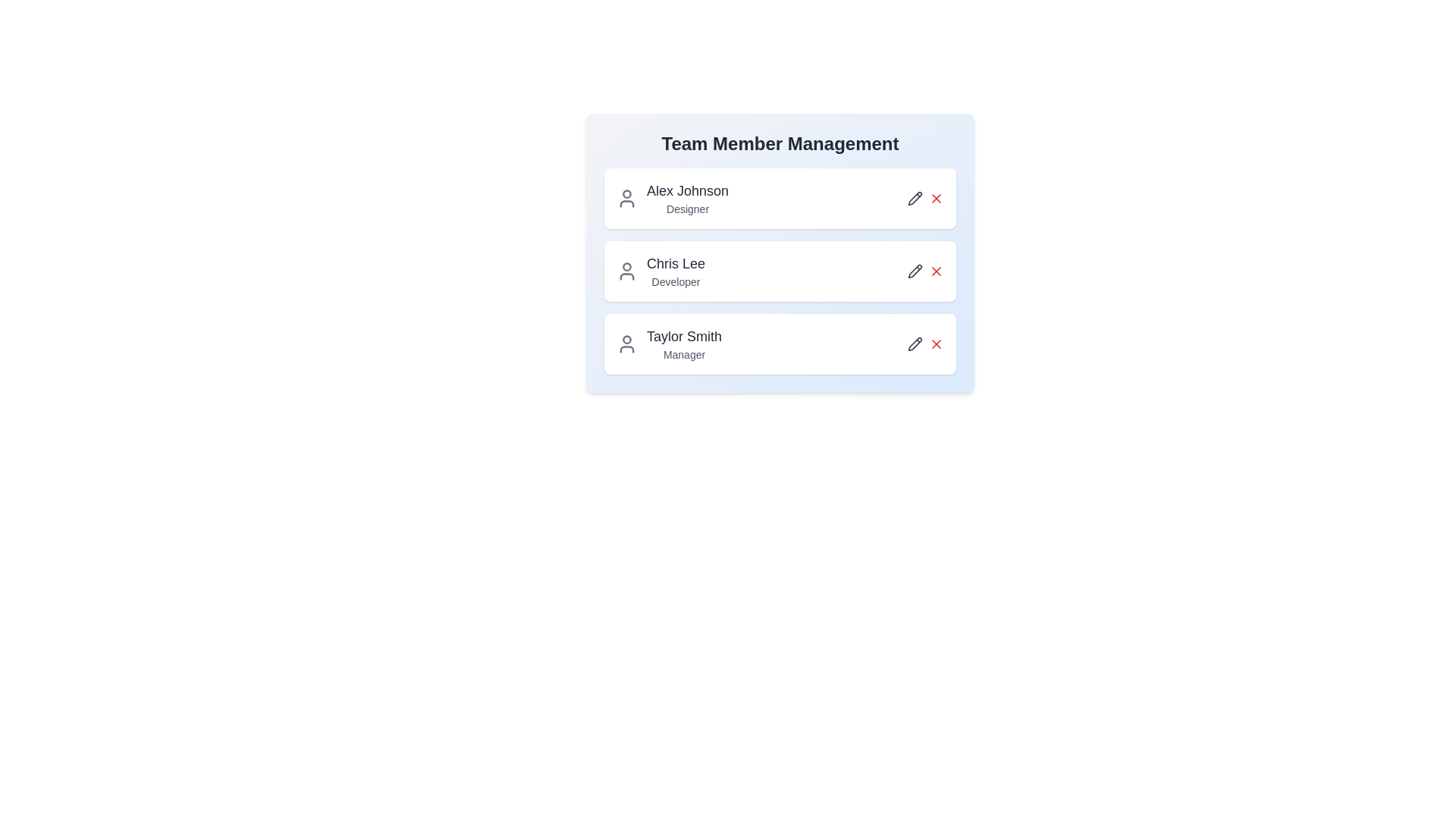 The width and height of the screenshot is (1456, 819). What do you see at coordinates (935, 198) in the screenshot?
I see `red X button for the member Alex Johnson` at bounding box center [935, 198].